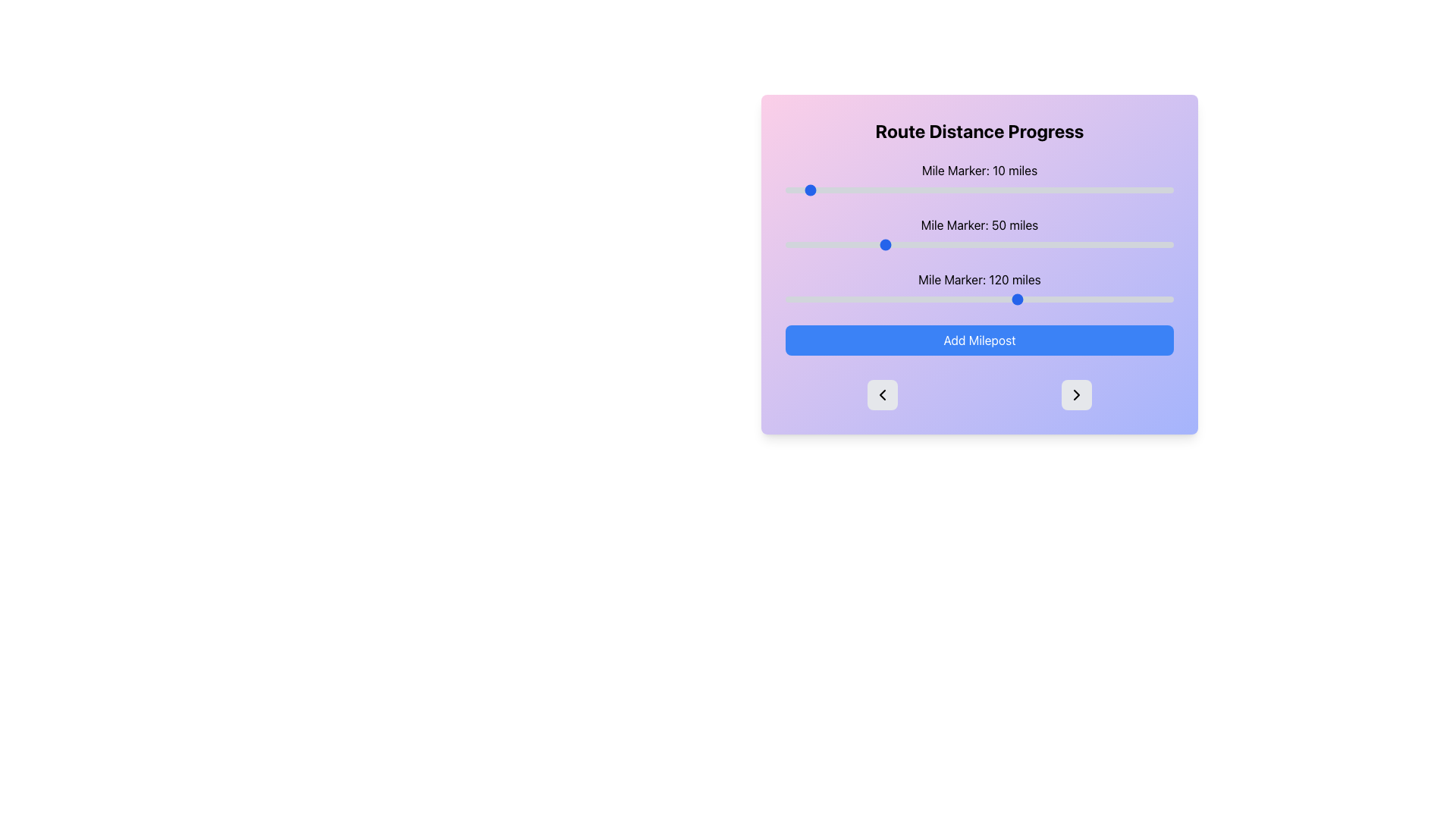 Image resolution: width=1456 pixels, height=819 pixels. I want to click on the slider, so click(948, 189).